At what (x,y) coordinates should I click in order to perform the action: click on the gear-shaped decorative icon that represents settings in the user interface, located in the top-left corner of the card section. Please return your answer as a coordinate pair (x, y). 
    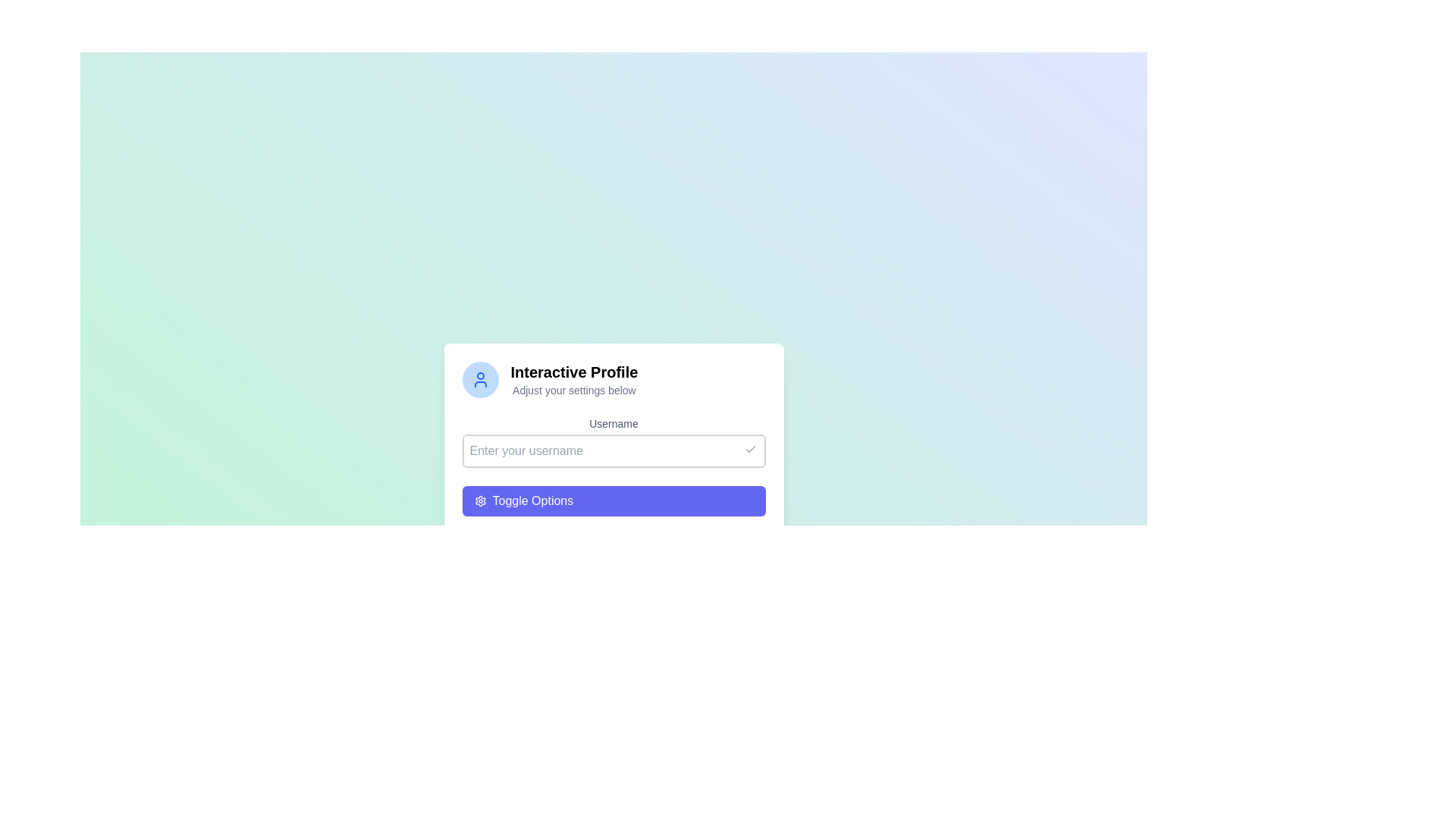
    Looking at the image, I should click on (479, 500).